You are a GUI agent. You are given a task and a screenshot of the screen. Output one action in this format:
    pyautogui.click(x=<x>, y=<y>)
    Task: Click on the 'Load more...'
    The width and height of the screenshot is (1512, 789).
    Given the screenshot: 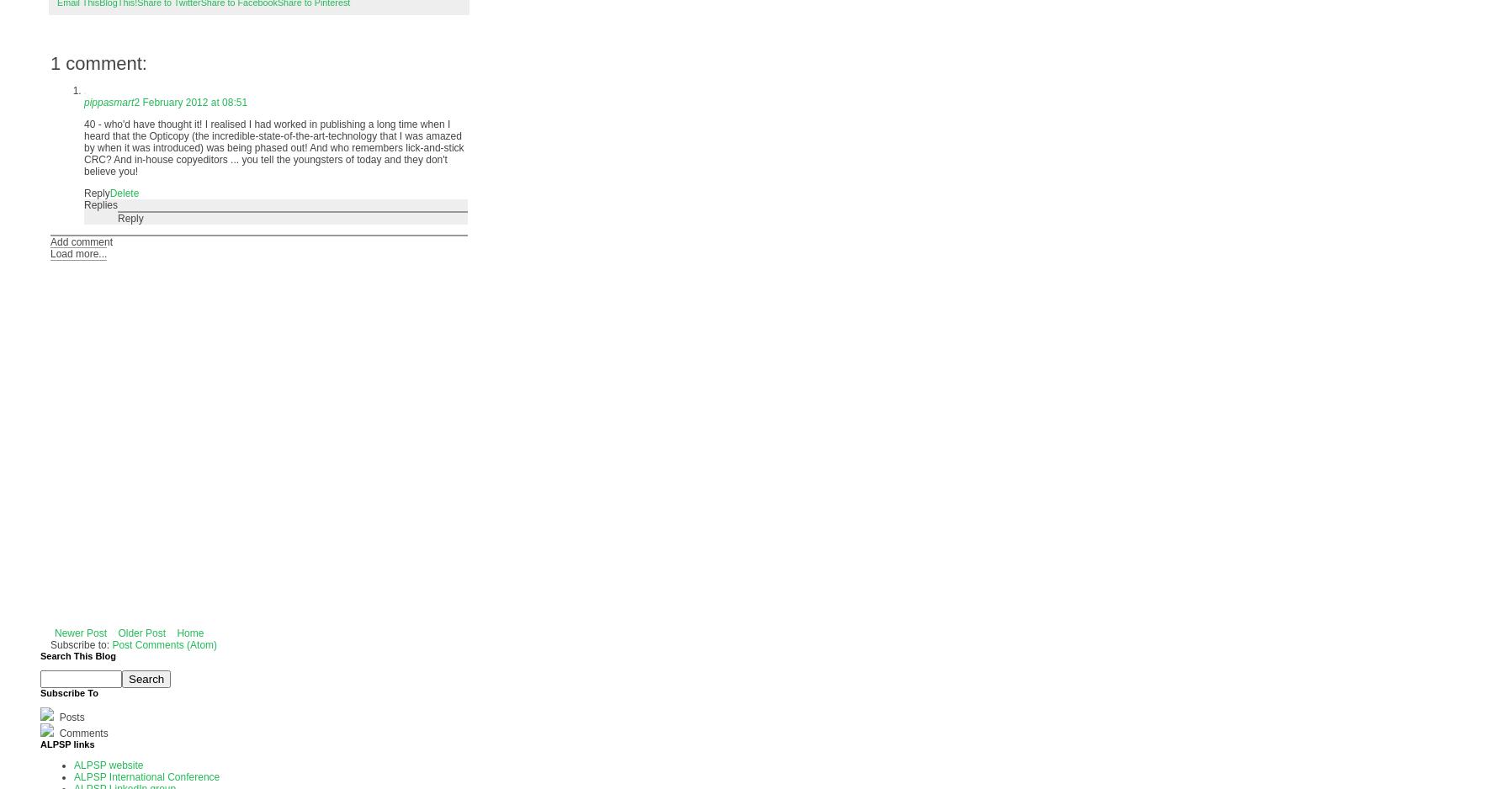 What is the action you would take?
    pyautogui.click(x=50, y=254)
    